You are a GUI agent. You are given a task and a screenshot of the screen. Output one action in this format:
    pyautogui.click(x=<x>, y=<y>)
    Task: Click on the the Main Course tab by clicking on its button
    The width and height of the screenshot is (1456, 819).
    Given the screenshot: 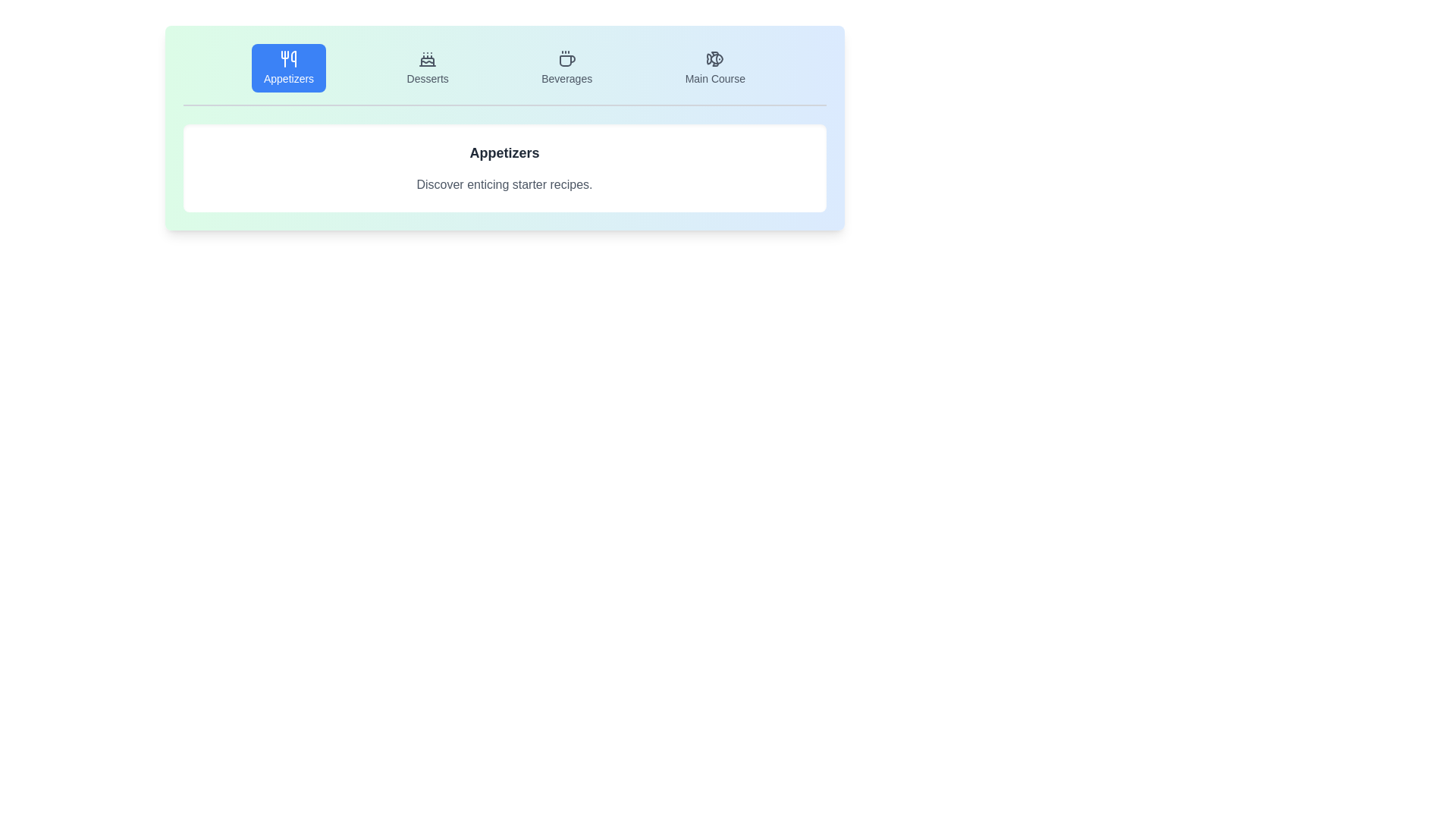 What is the action you would take?
    pyautogui.click(x=714, y=67)
    